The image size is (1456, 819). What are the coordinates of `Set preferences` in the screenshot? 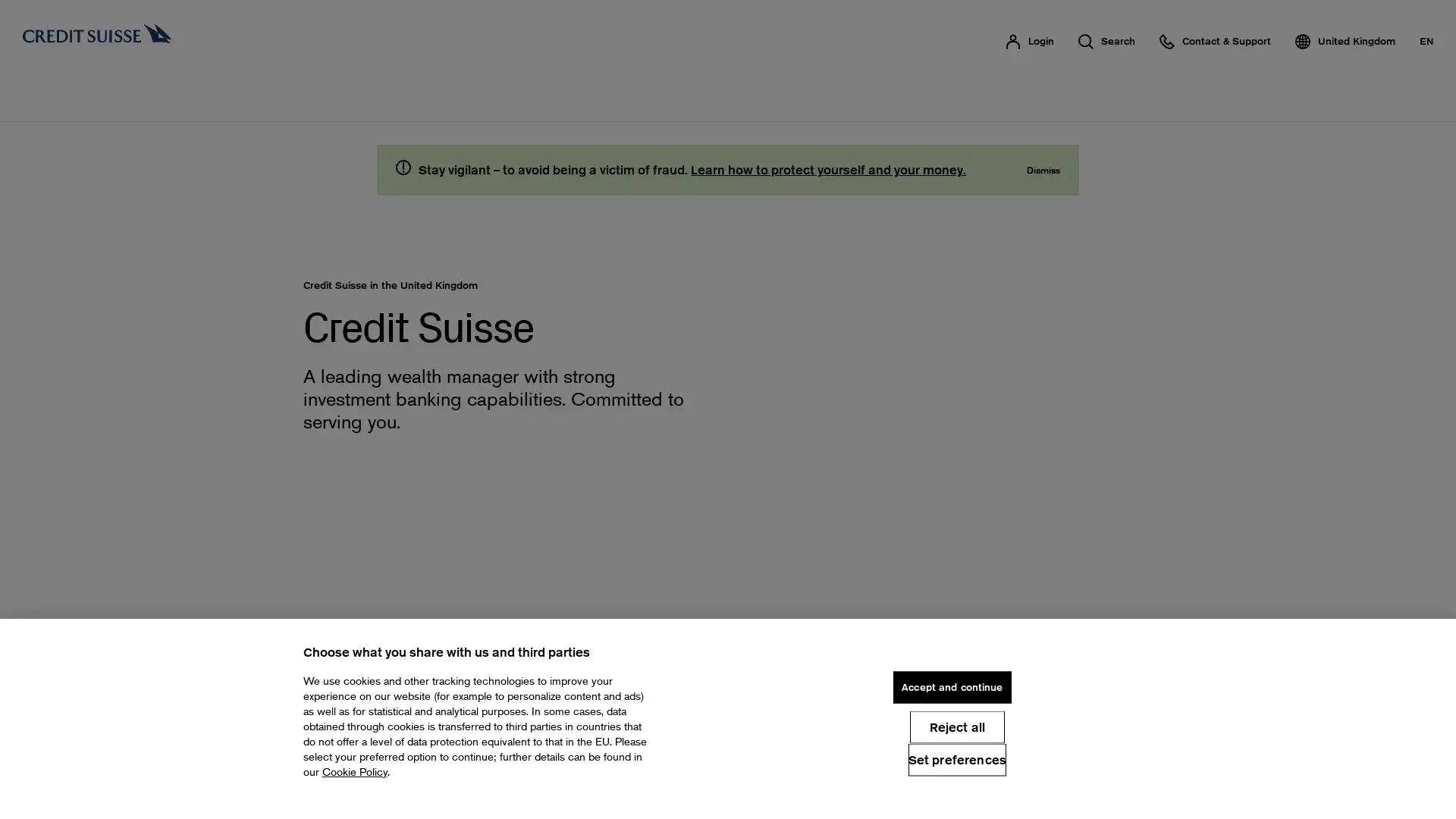 It's located at (956, 759).